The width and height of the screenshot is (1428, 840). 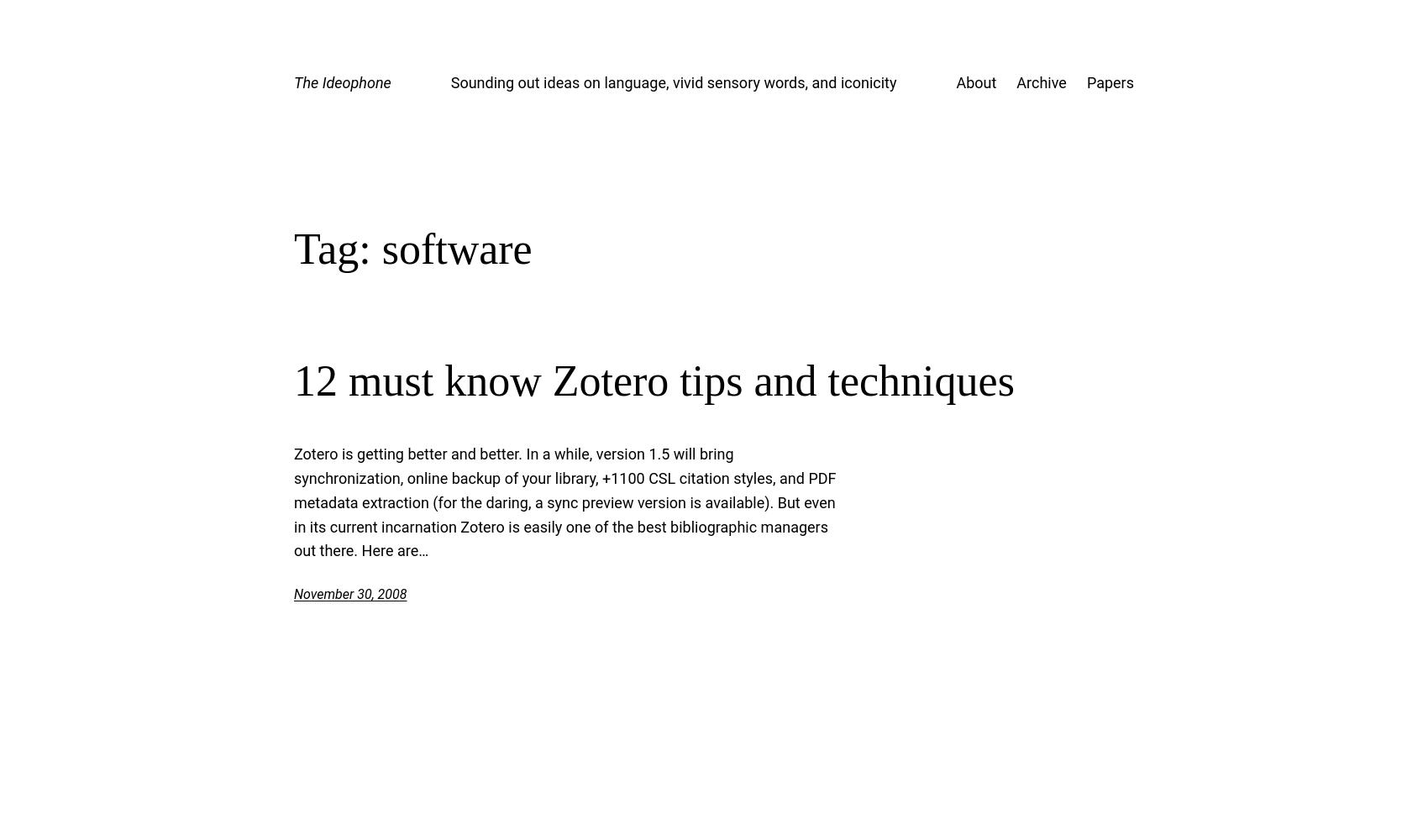 I want to click on 'Zotero is getting better and better. In a while, version 1.5 will bring synchronization, online backup of your library, +1100 CSL citation styles, and PDF metadata extraction (for the daring, a sync preview version is available). But even in its current incarnation Zotero is easily one of the best bibliographic managers out there. Here are…', so click(x=564, y=501).